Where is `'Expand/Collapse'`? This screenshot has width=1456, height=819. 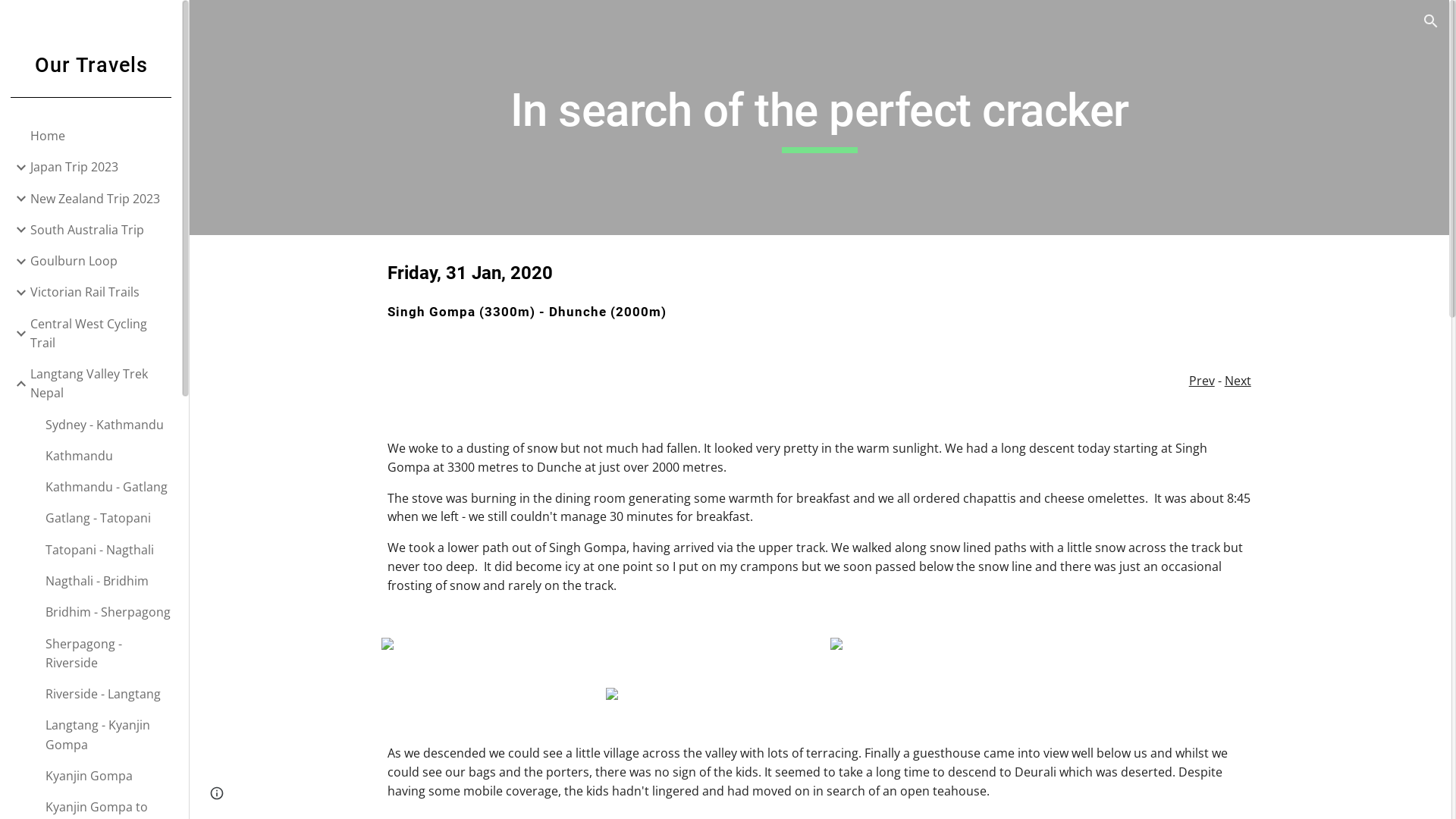
'Expand/Collapse' is located at coordinates (3, 332).